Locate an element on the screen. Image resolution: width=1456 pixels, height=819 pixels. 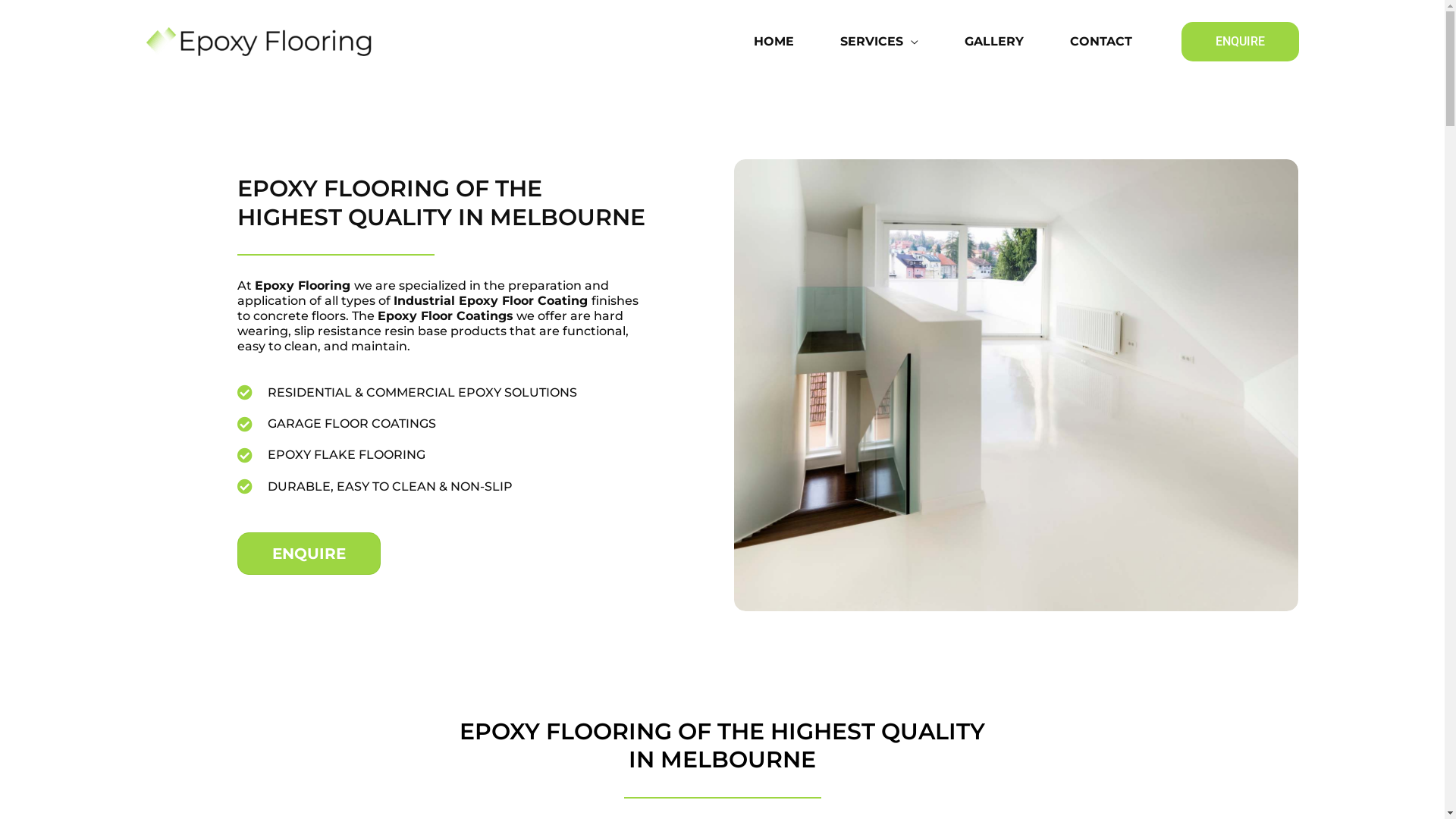
'GALLERY' is located at coordinates (1005, 40).